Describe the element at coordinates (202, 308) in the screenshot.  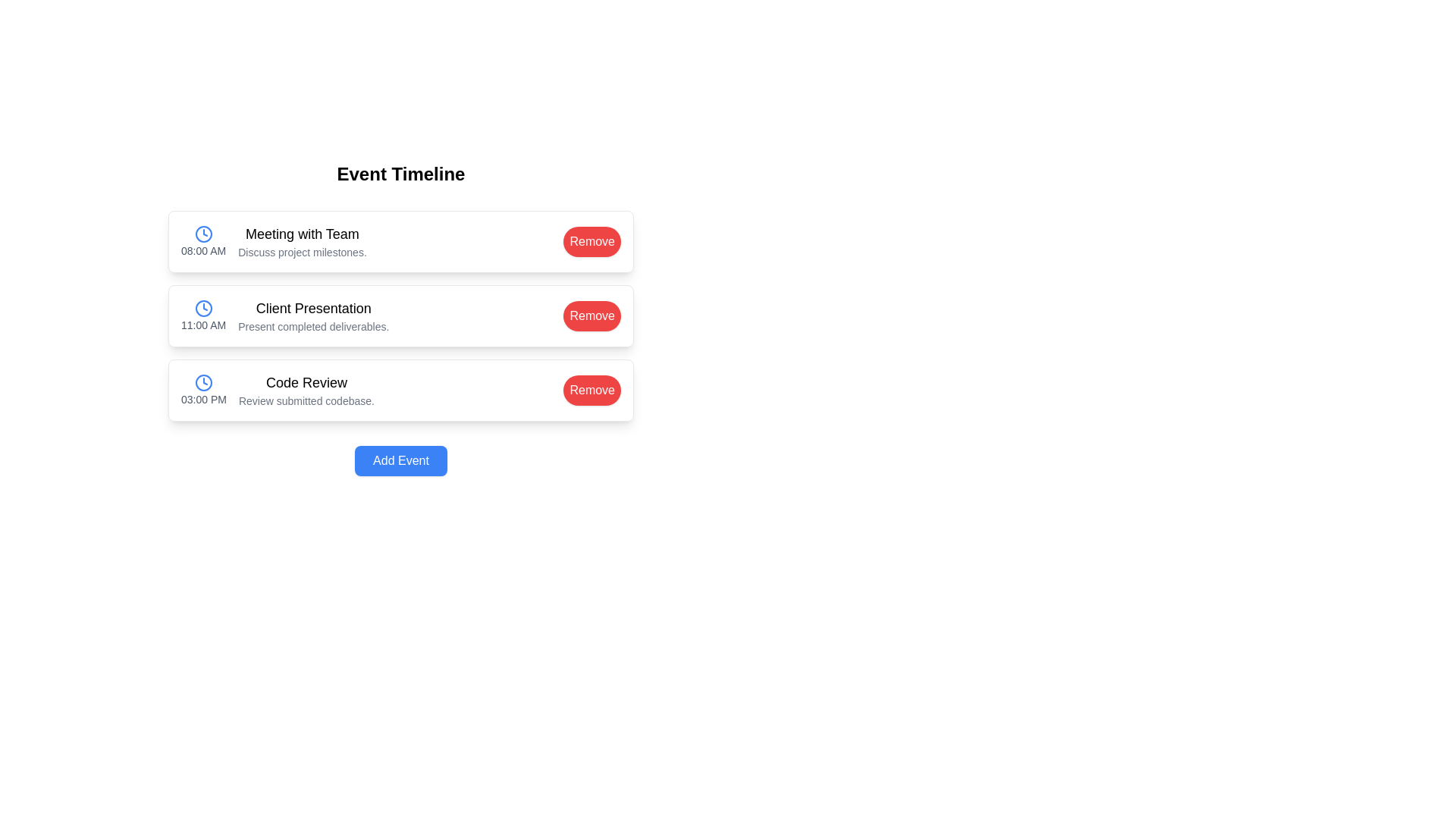
I see `the blue clock icon with a circular outline located at the top-left corner of the 'Client Presentation' event card, which is above the text '11:00 AM'` at that location.